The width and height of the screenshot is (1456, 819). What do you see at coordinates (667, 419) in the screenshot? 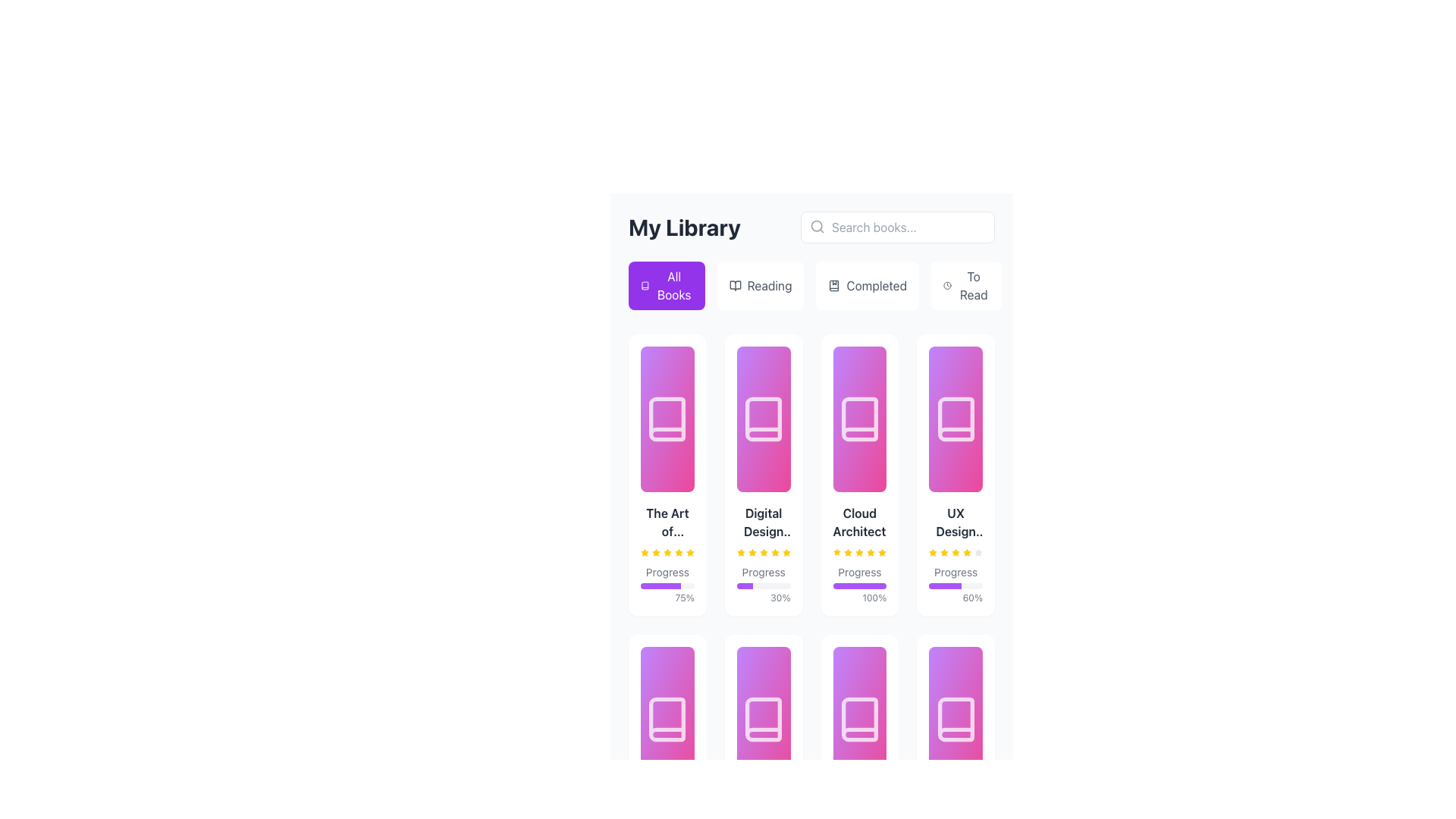
I see `the book-like icon with a distinct outline located in the top row, first column under 'My Library'` at bounding box center [667, 419].